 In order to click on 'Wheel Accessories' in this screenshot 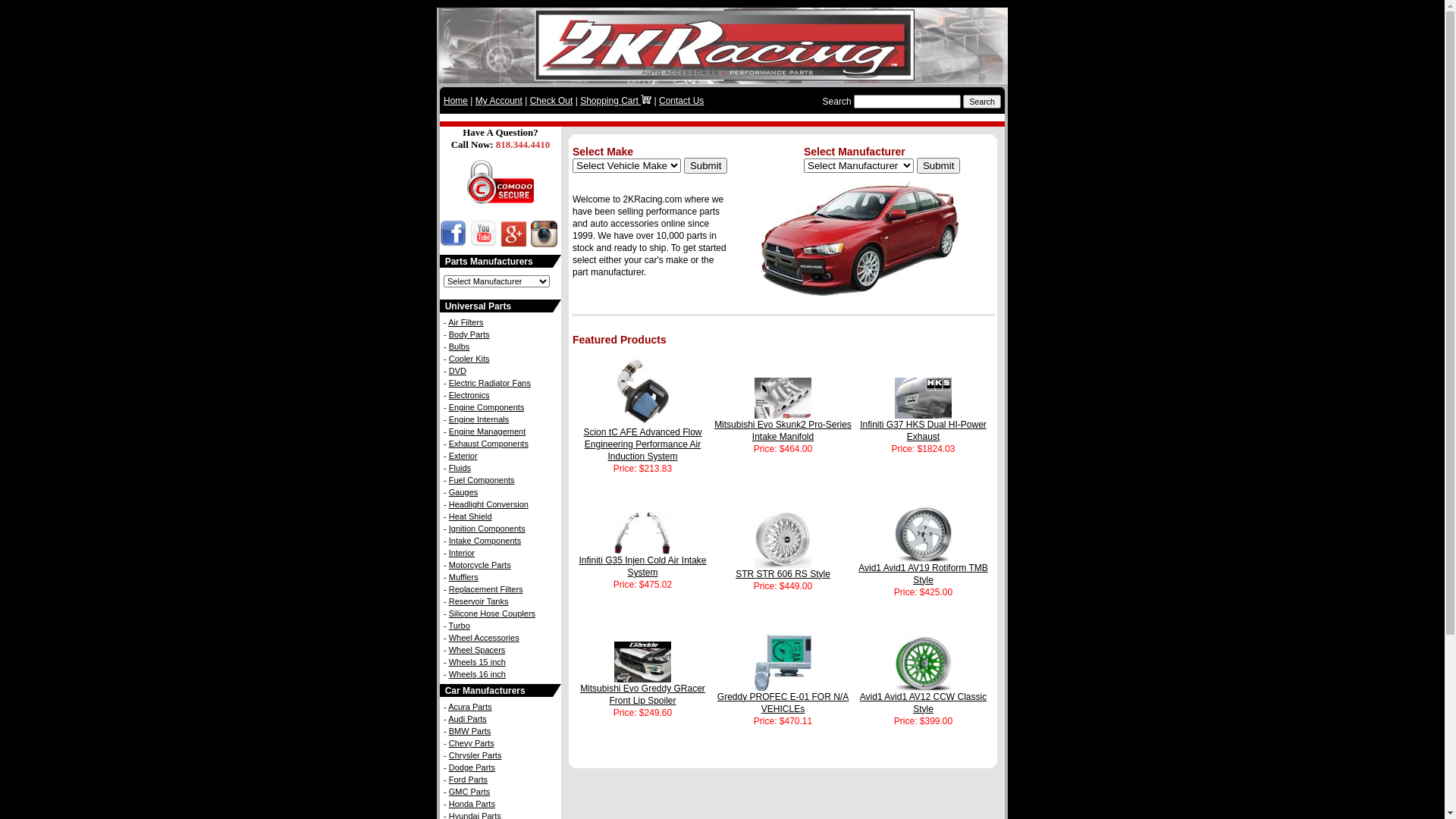, I will do `click(483, 637)`.